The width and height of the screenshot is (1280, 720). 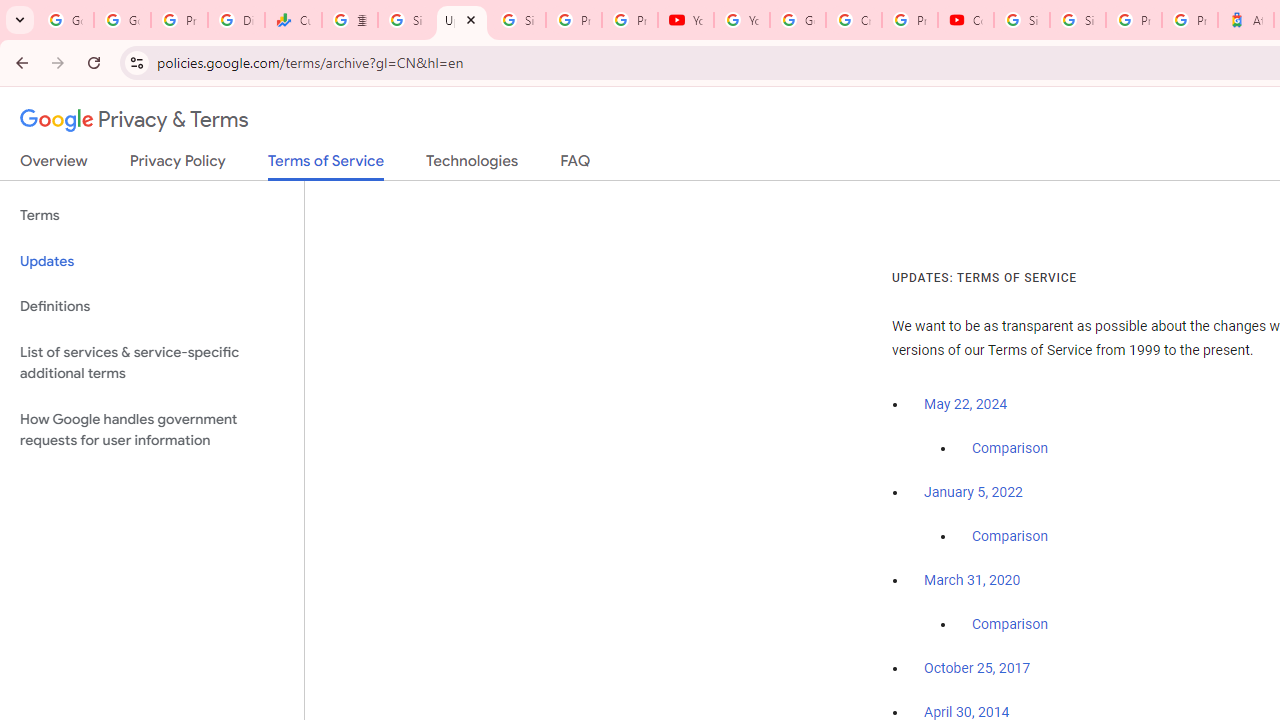 What do you see at coordinates (292, 20) in the screenshot?
I see `'Currencies - Google Finance'` at bounding box center [292, 20].